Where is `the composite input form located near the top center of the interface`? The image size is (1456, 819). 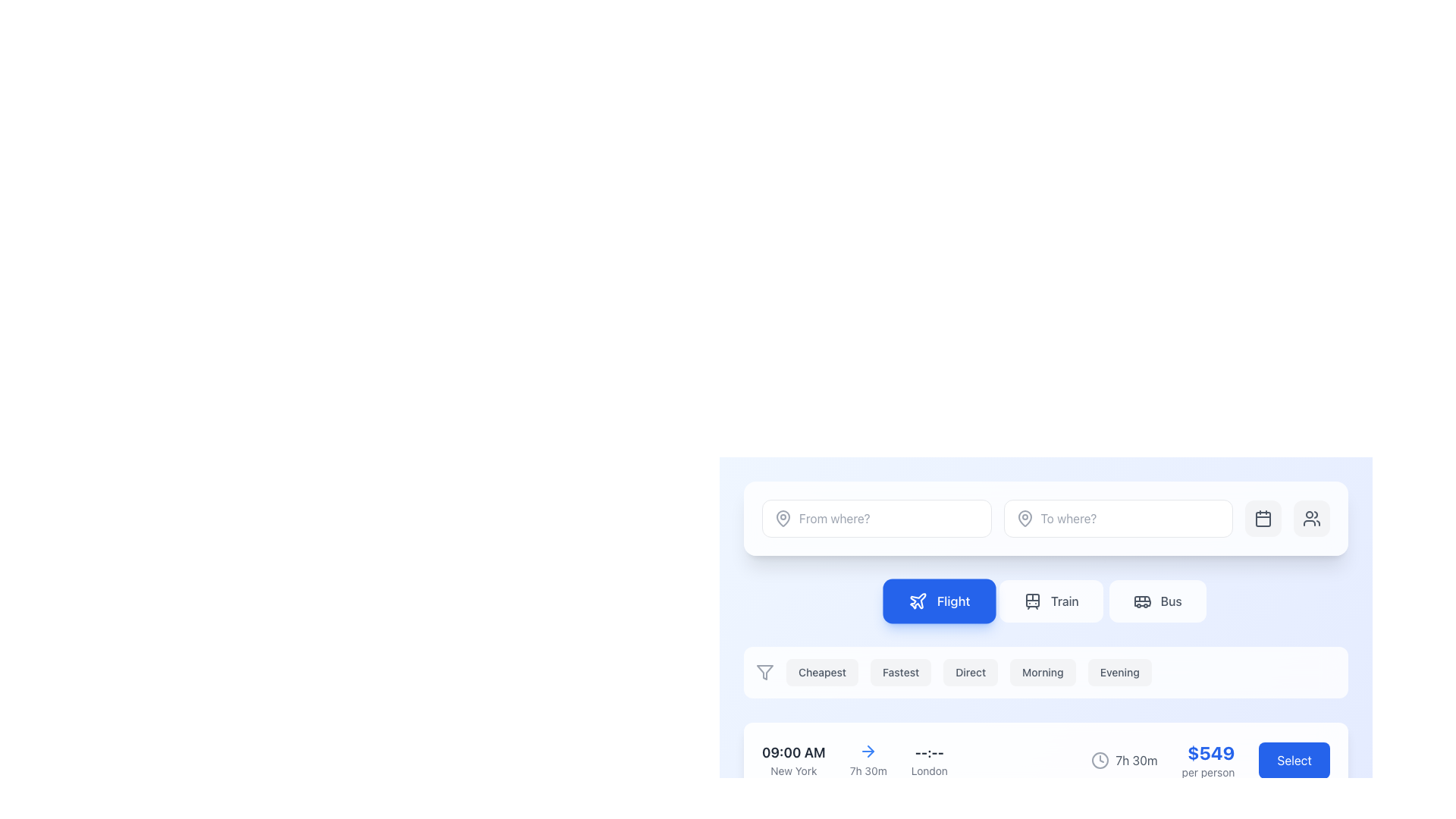
the composite input form located near the top center of the interface is located at coordinates (1045, 517).